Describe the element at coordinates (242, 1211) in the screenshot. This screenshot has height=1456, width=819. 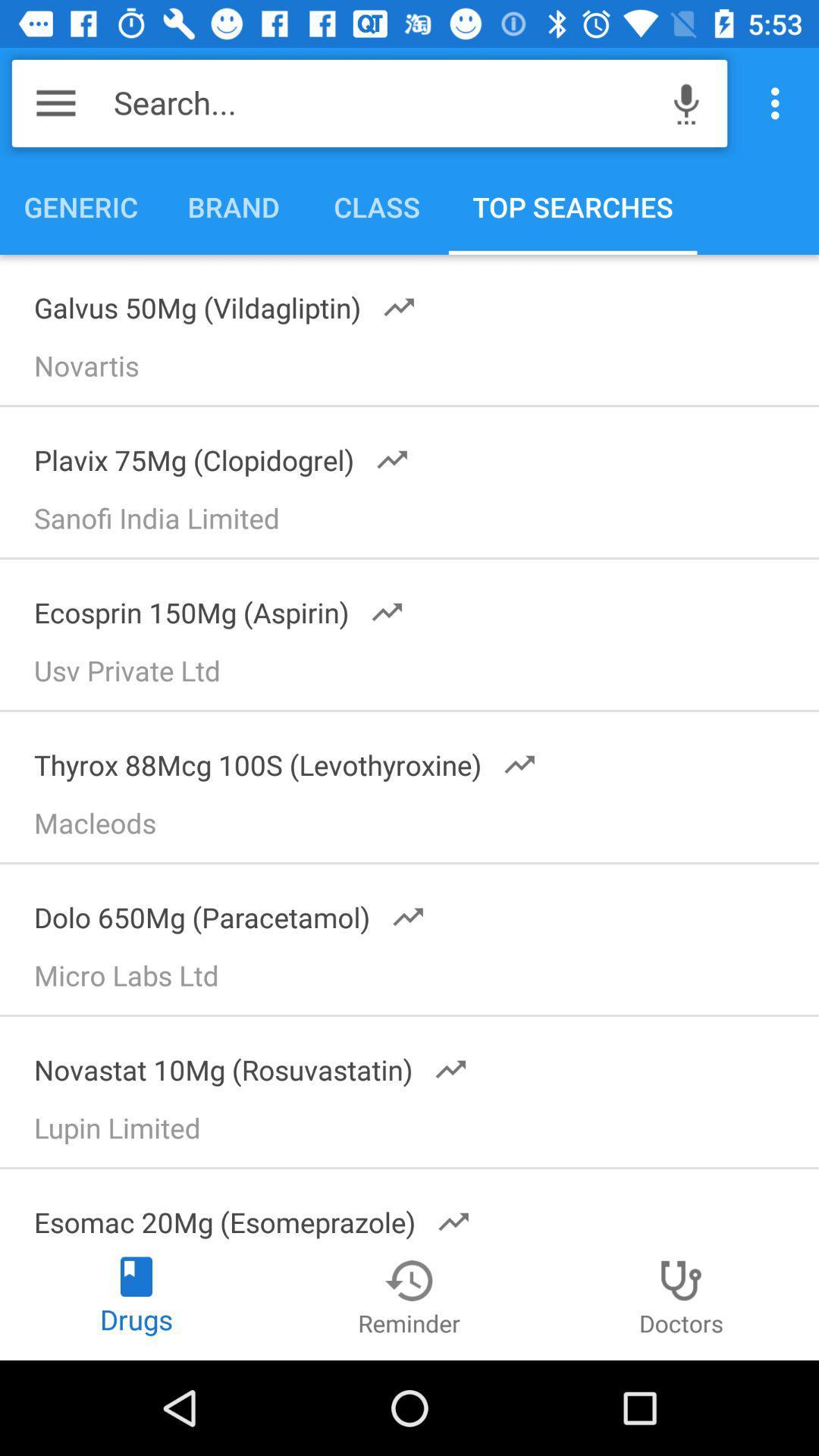
I see `the esomac 20mg (esomeprazole) icon` at that location.